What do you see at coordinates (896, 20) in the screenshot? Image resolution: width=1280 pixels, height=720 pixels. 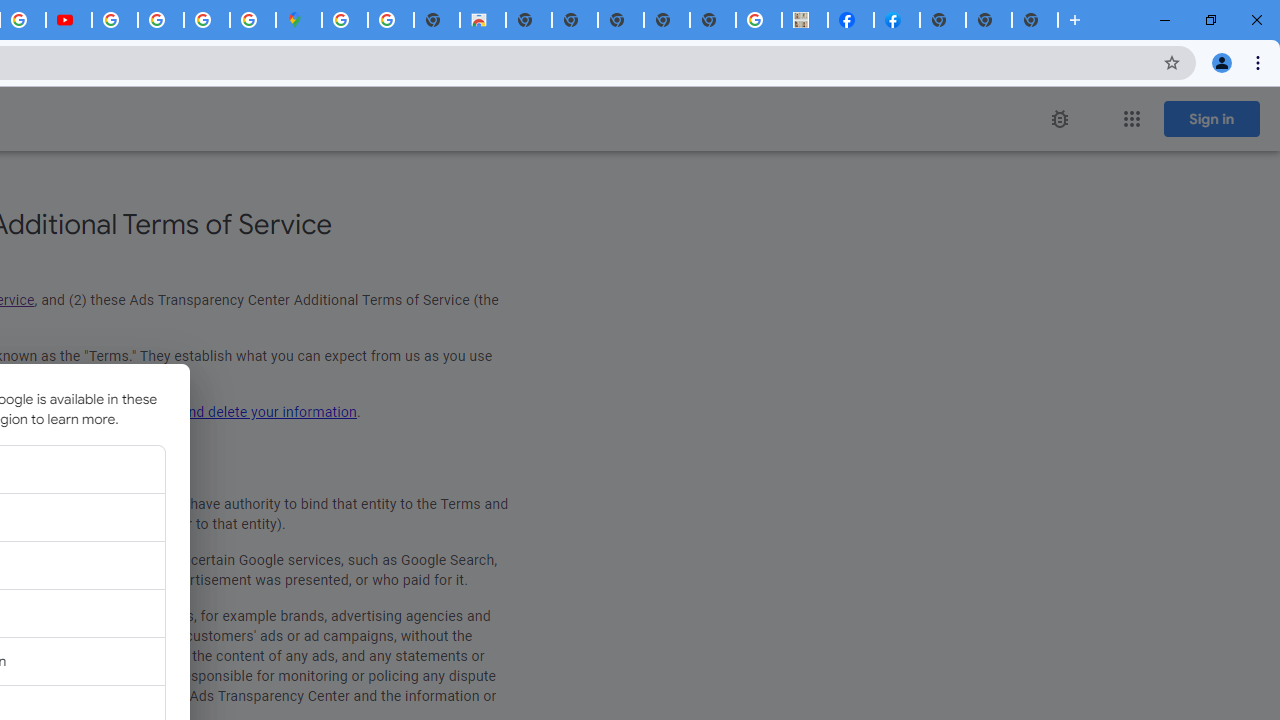 I see `'Sign Up for Facebook'` at bounding box center [896, 20].